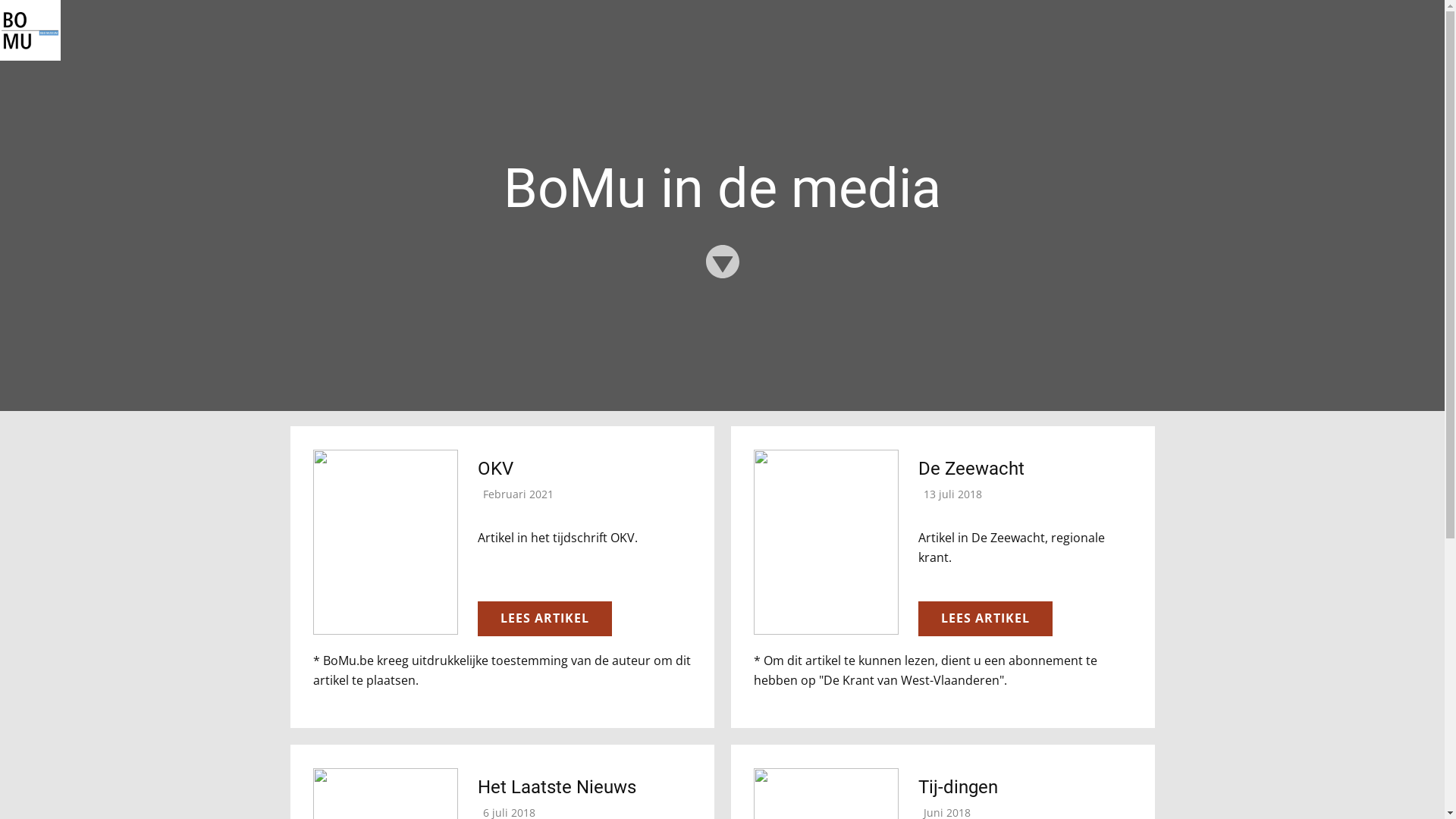 Image resolution: width=1456 pixels, height=819 pixels. Describe the element at coordinates (476, 619) in the screenshot. I see `'LEES ARTIKEL'` at that location.